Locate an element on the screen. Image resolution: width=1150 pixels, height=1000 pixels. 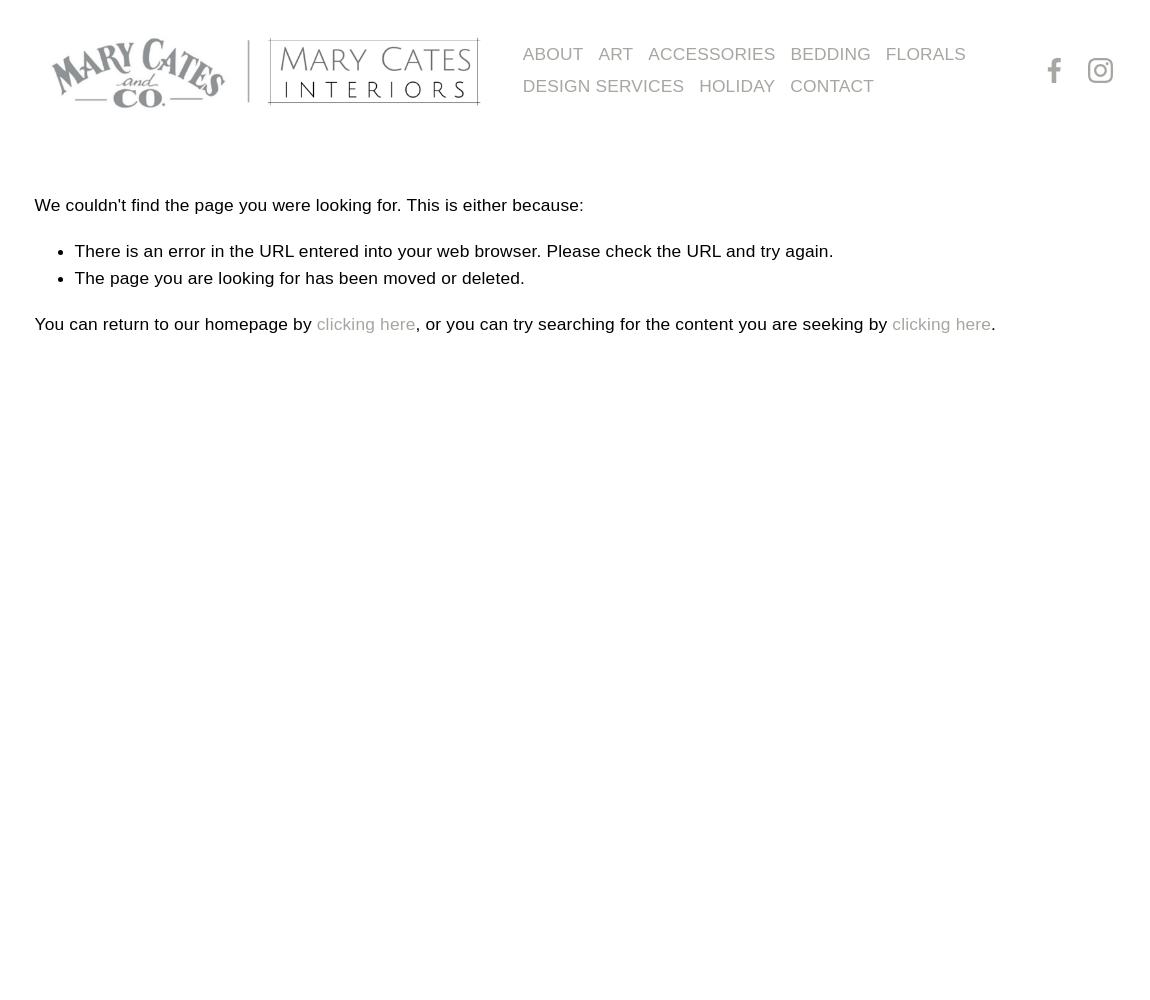
'The page you are looking for has been moved or deleted.' is located at coordinates (299, 278).